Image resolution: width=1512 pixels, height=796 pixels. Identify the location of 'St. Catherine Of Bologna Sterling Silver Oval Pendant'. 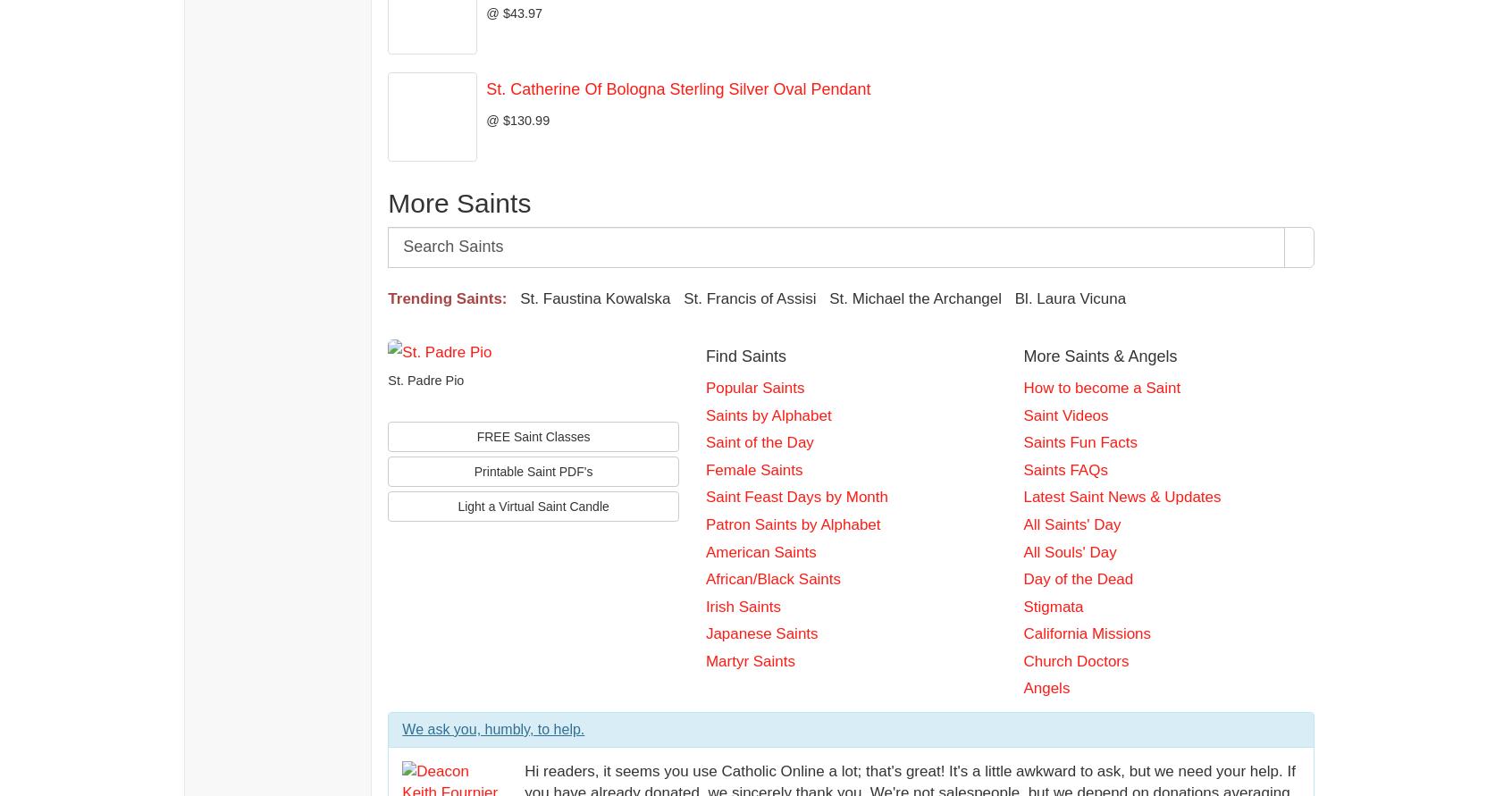
(677, 87).